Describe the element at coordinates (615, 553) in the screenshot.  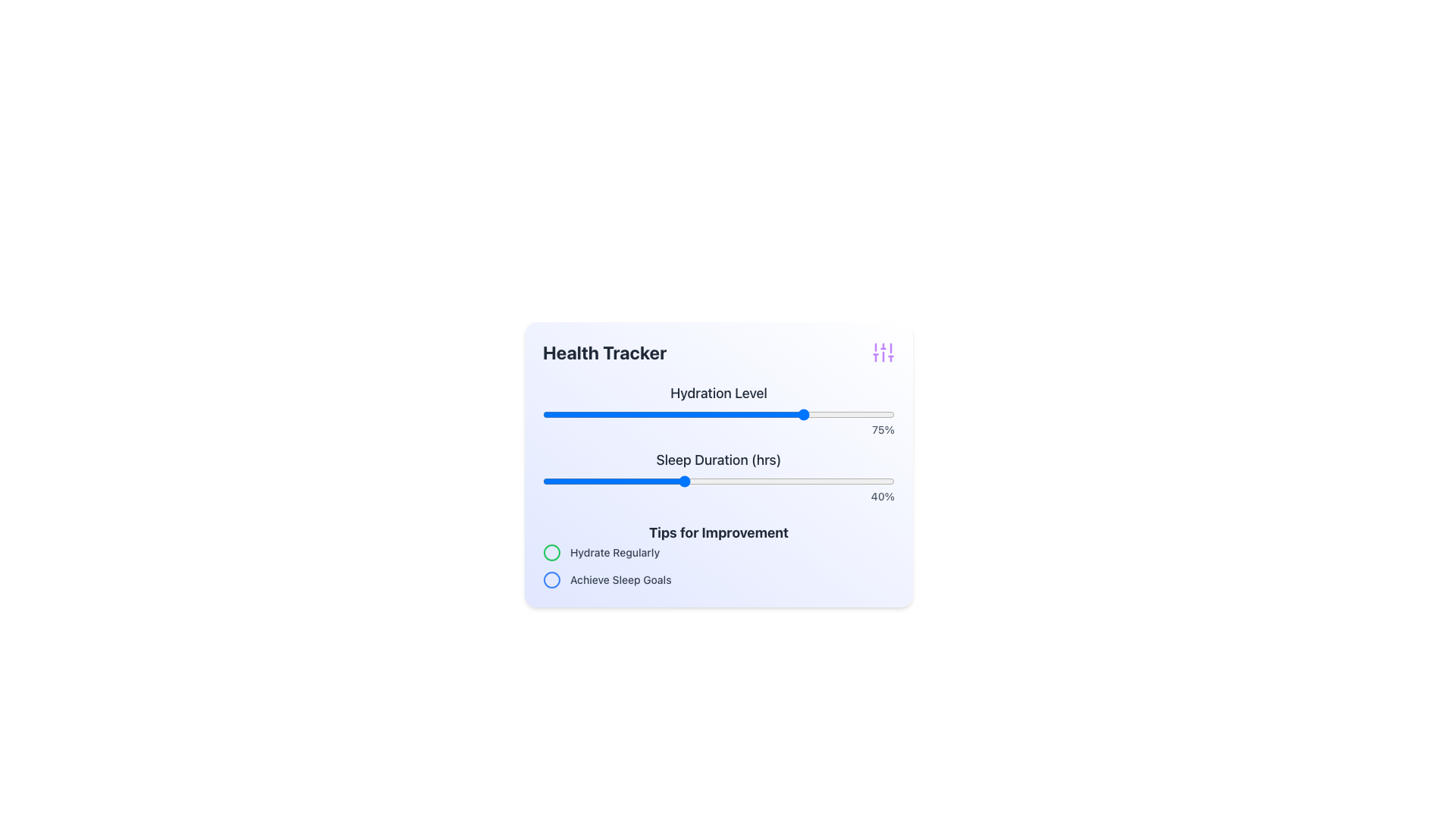
I see `the static text label providing hydration tips, which is located beside the green circular icon in the 'Tips for Improvement' section` at that location.